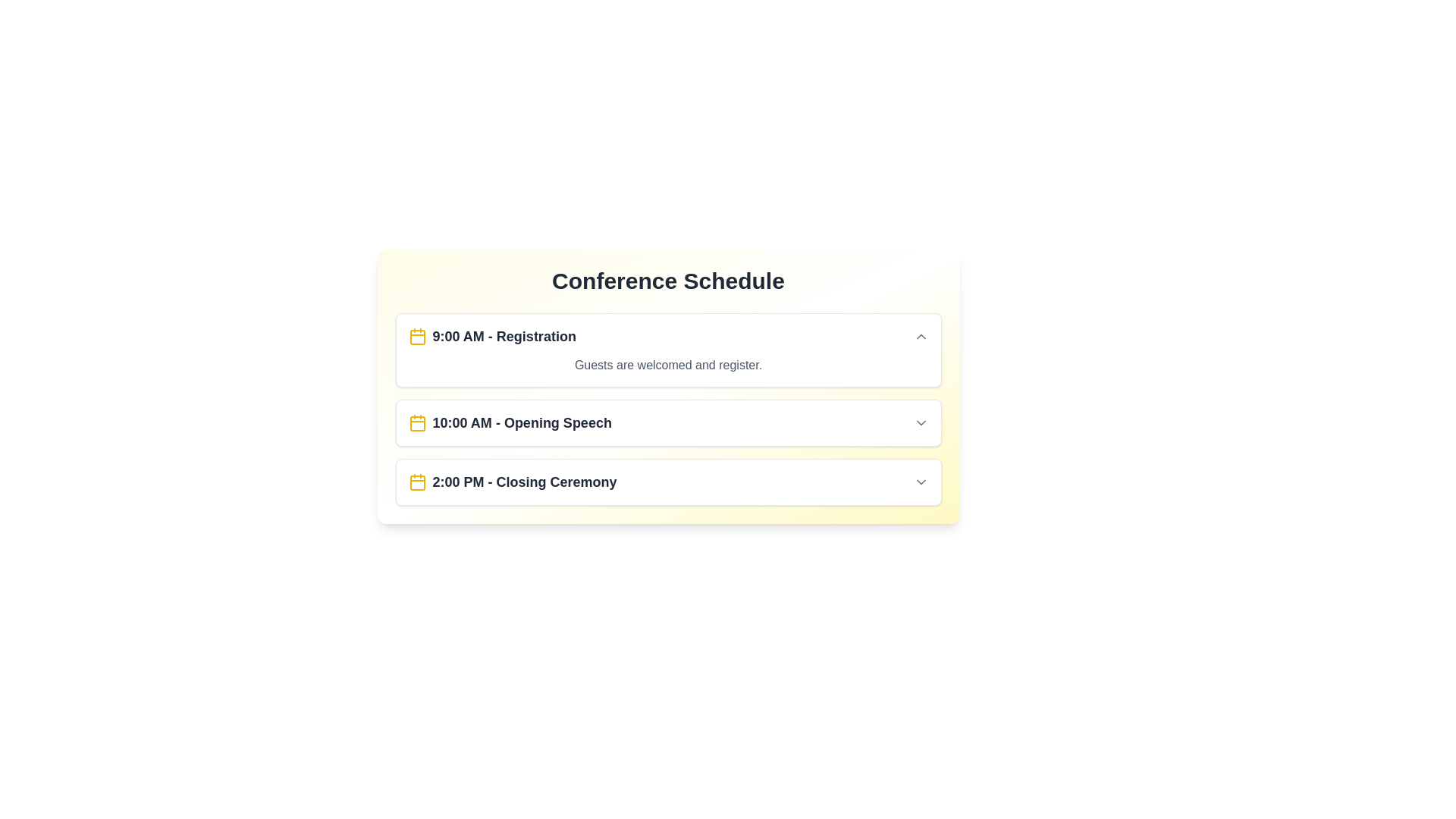  What do you see at coordinates (417, 335) in the screenshot?
I see `the yellow calendar icon located to the left of the '9:00 AM - Registration' text in the first row of the conference schedule to observe the tooltip or additional details` at bounding box center [417, 335].